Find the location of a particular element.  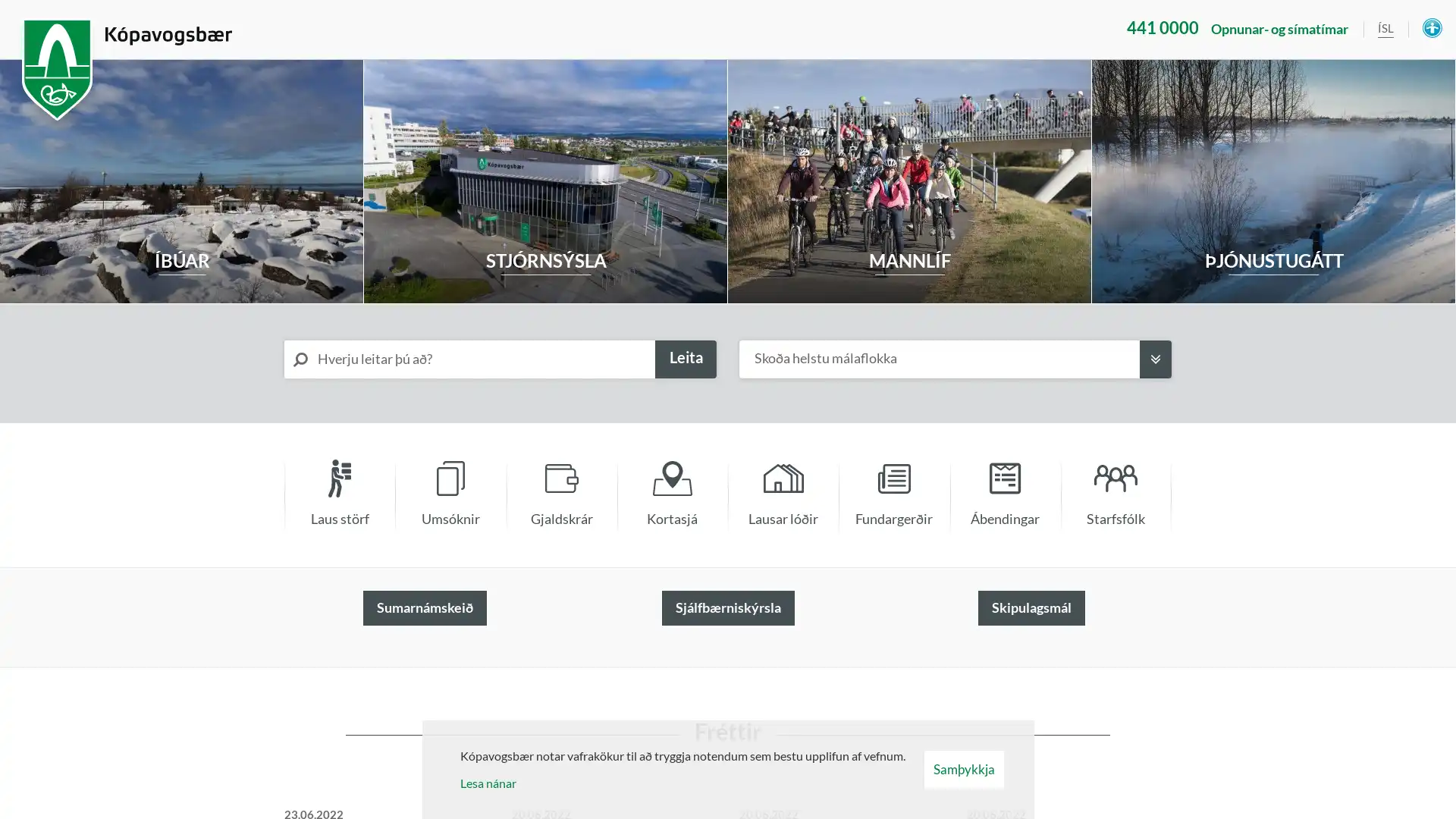

Samykkja vafrakokur is located at coordinates (962, 769).